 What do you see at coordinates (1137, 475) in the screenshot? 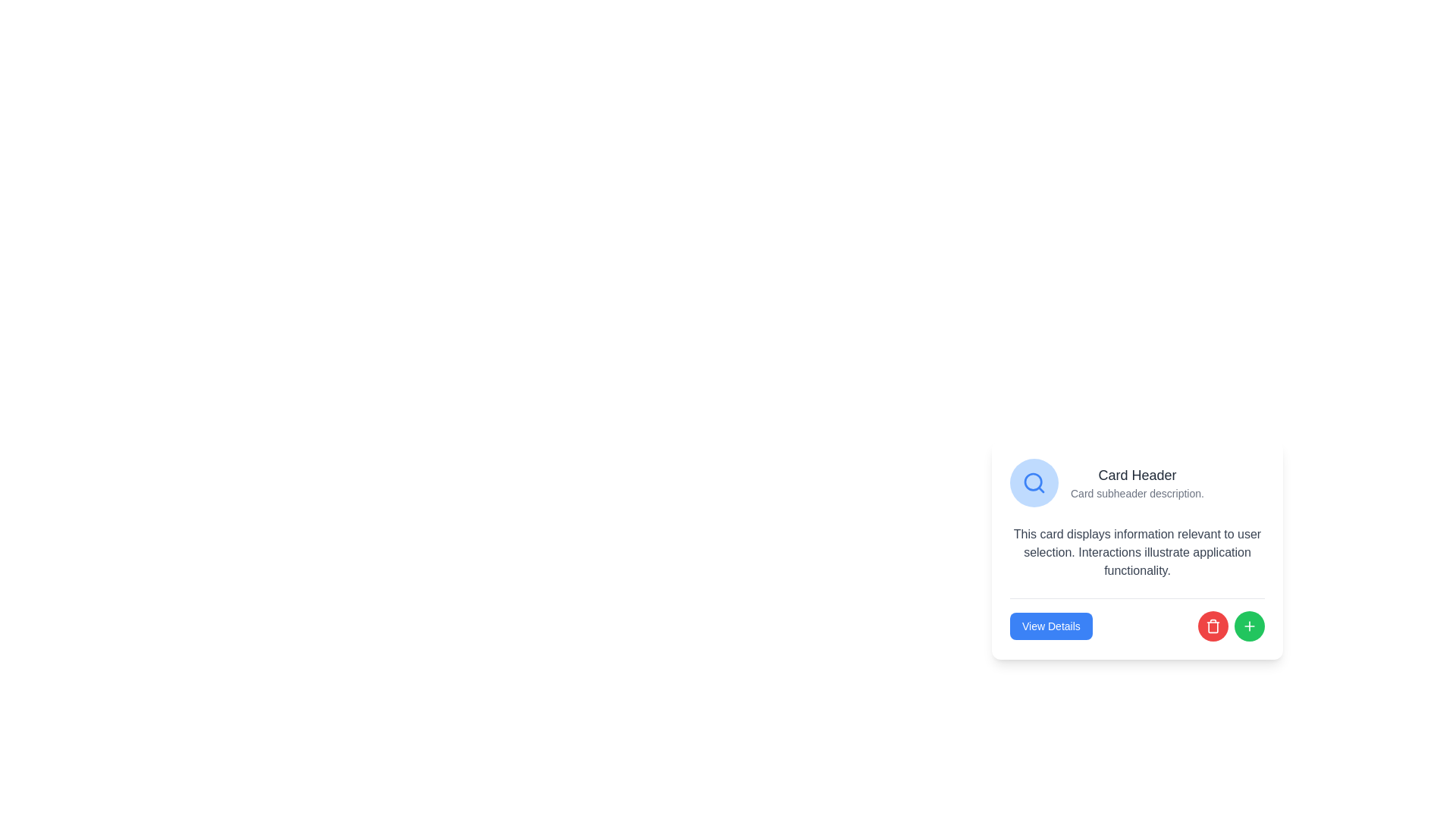
I see `the text header displaying 'Card Header', which is styled in bold with a larger font size and dark gray color, positioned at the top left of the card component` at bounding box center [1137, 475].